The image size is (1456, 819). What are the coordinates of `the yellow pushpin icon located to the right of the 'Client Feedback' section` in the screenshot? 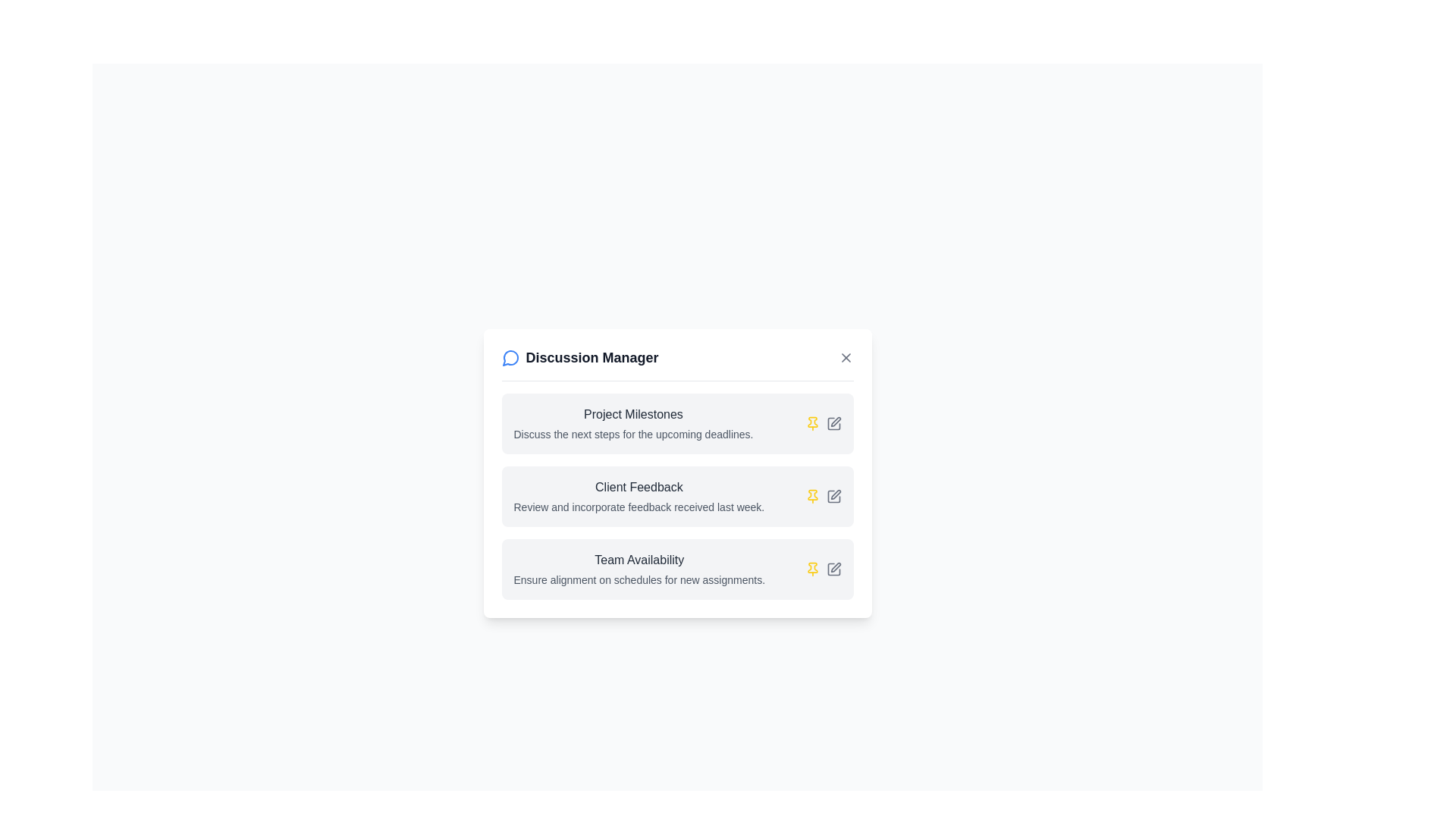 It's located at (811, 569).